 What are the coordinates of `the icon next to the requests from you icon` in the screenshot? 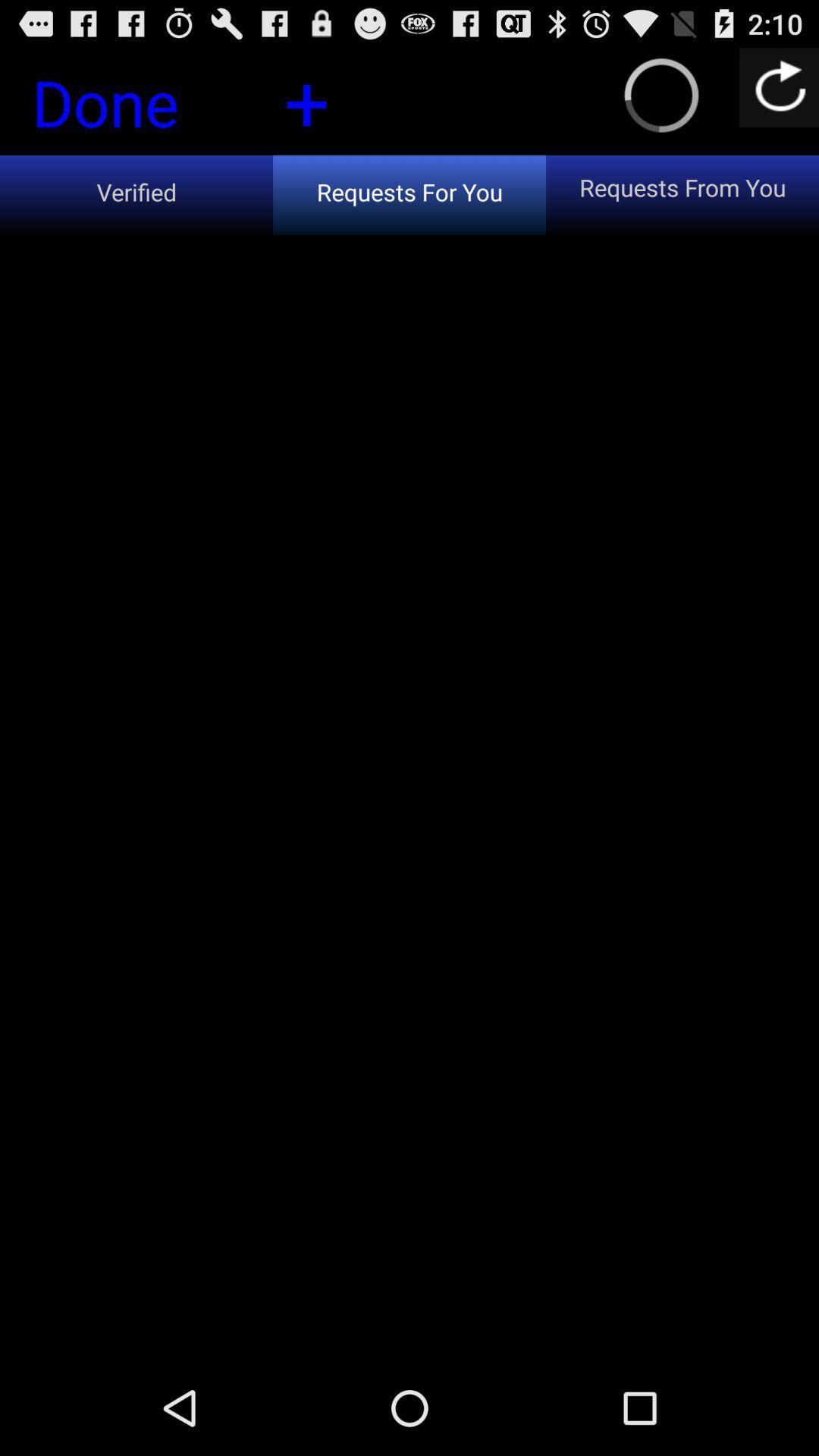 It's located at (306, 99).